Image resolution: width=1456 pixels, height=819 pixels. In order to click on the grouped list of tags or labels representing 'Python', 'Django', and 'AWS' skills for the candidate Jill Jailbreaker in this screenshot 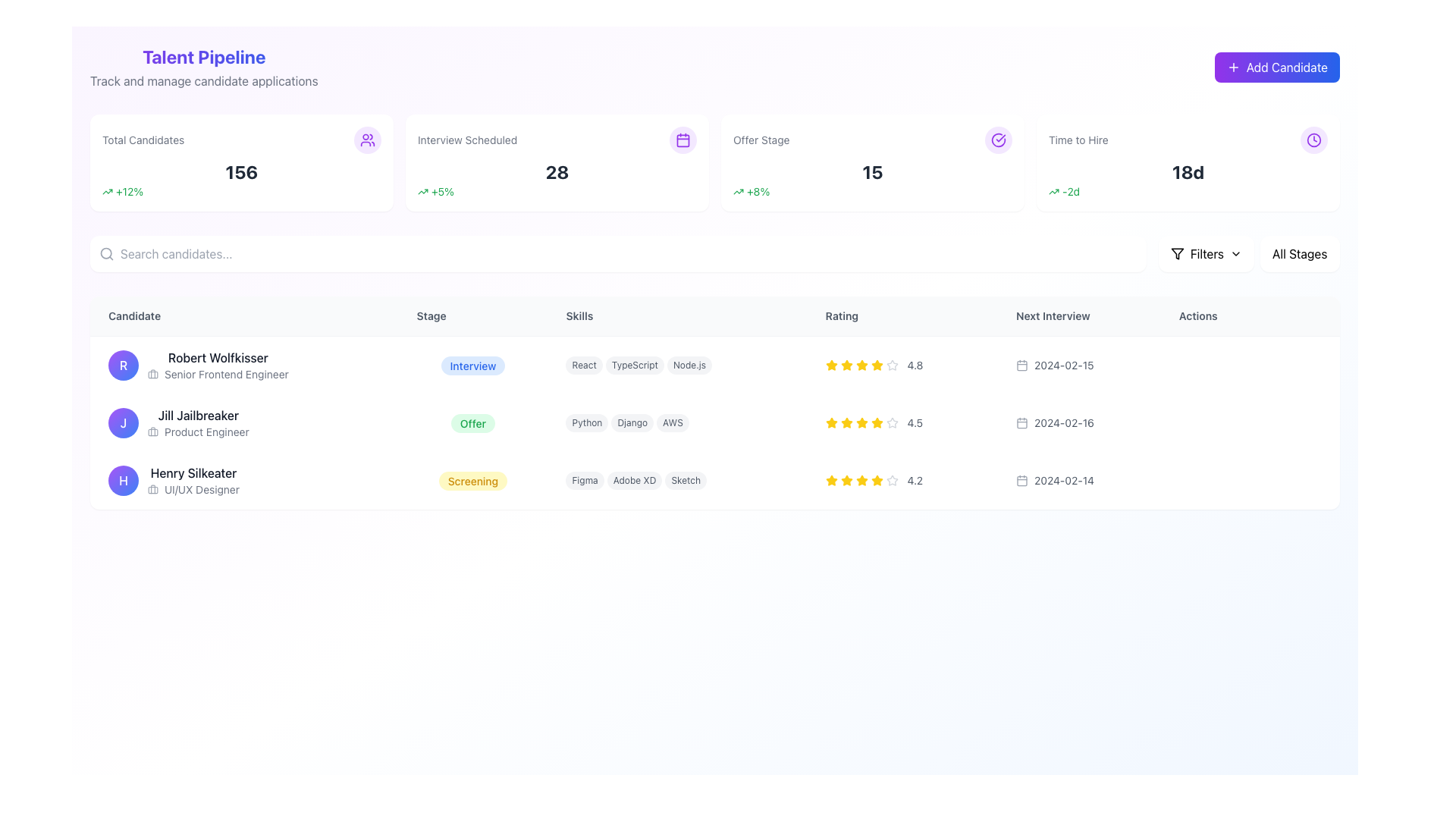, I will do `click(676, 423)`.